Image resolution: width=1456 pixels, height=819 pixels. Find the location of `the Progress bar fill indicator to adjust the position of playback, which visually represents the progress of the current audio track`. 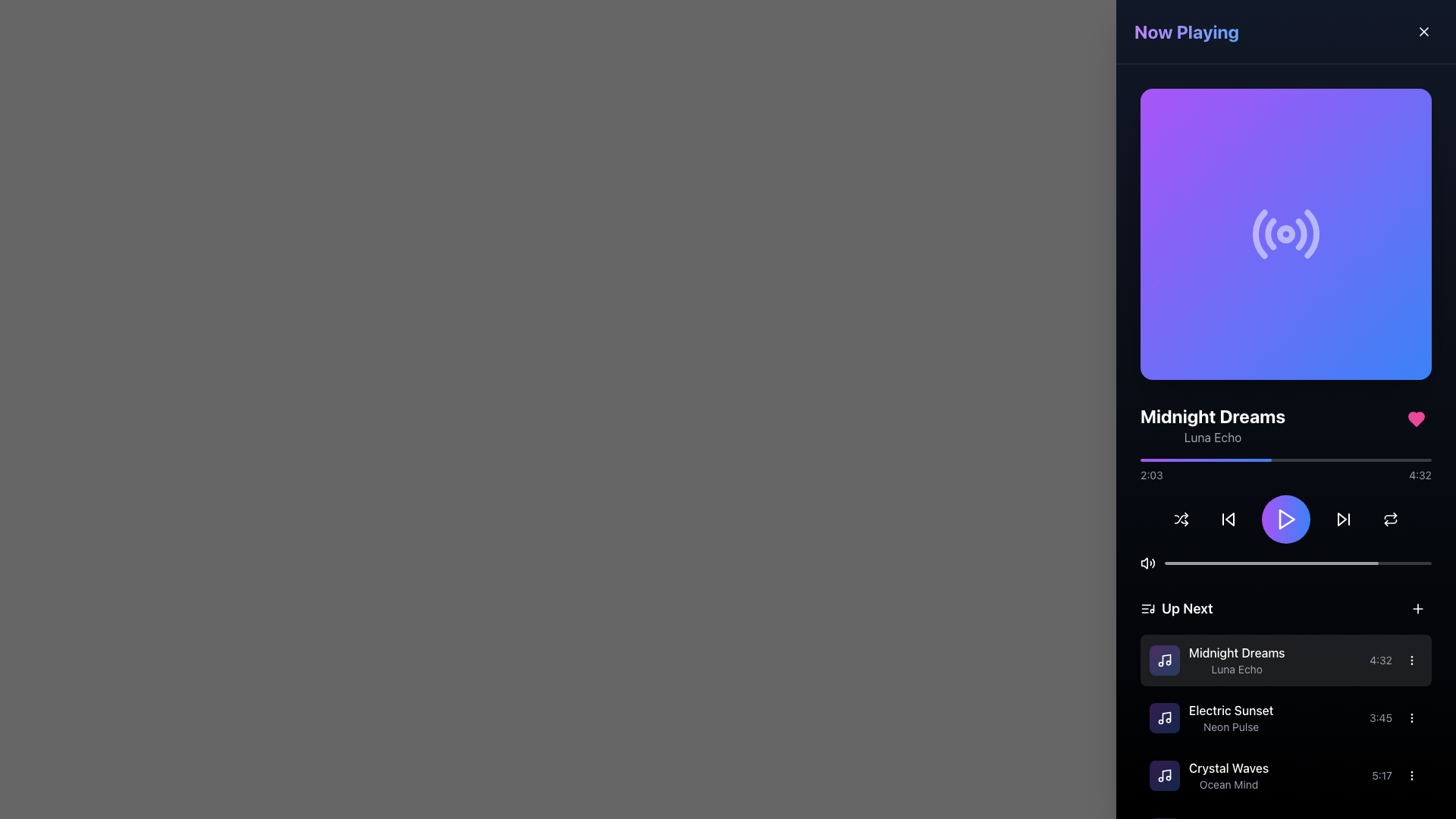

the Progress bar fill indicator to adjust the position of playback, which visually represents the progress of the current audio track is located at coordinates (1271, 563).